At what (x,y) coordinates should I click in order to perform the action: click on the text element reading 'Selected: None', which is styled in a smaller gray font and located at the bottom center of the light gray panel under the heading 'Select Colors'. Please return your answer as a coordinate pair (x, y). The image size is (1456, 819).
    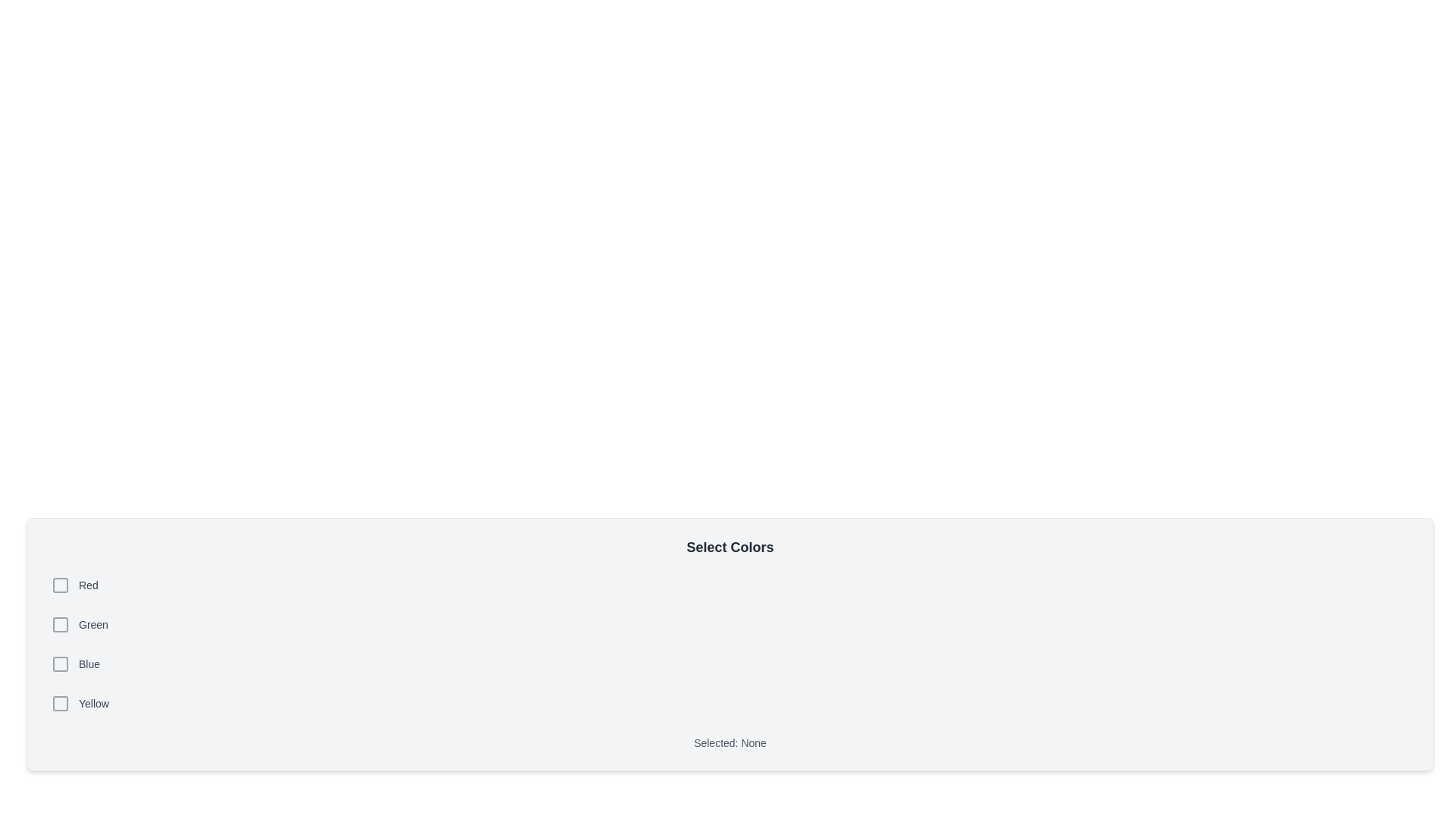
    Looking at the image, I should click on (730, 742).